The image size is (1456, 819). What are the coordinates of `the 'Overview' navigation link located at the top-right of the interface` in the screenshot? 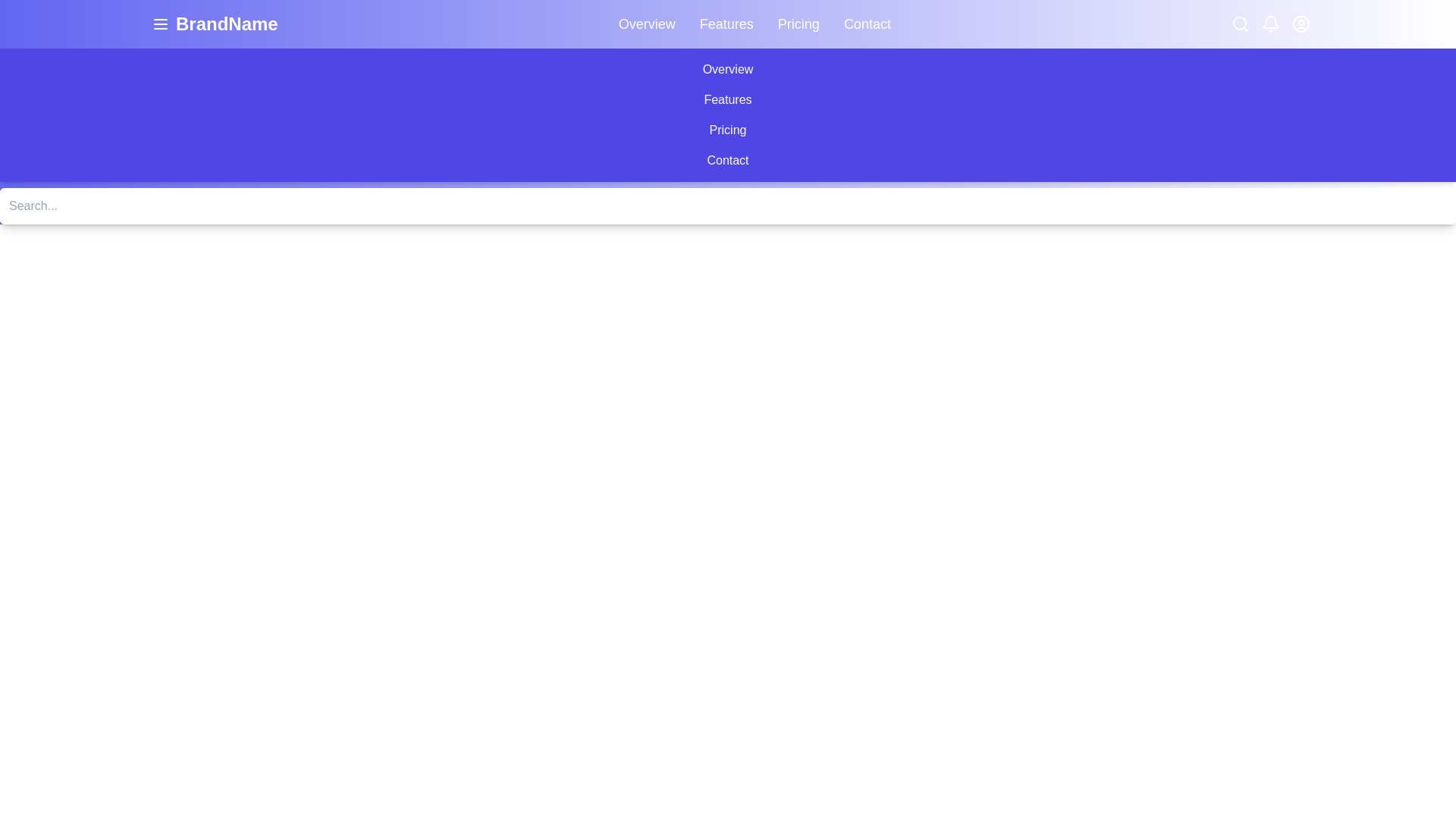 It's located at (647, 24).